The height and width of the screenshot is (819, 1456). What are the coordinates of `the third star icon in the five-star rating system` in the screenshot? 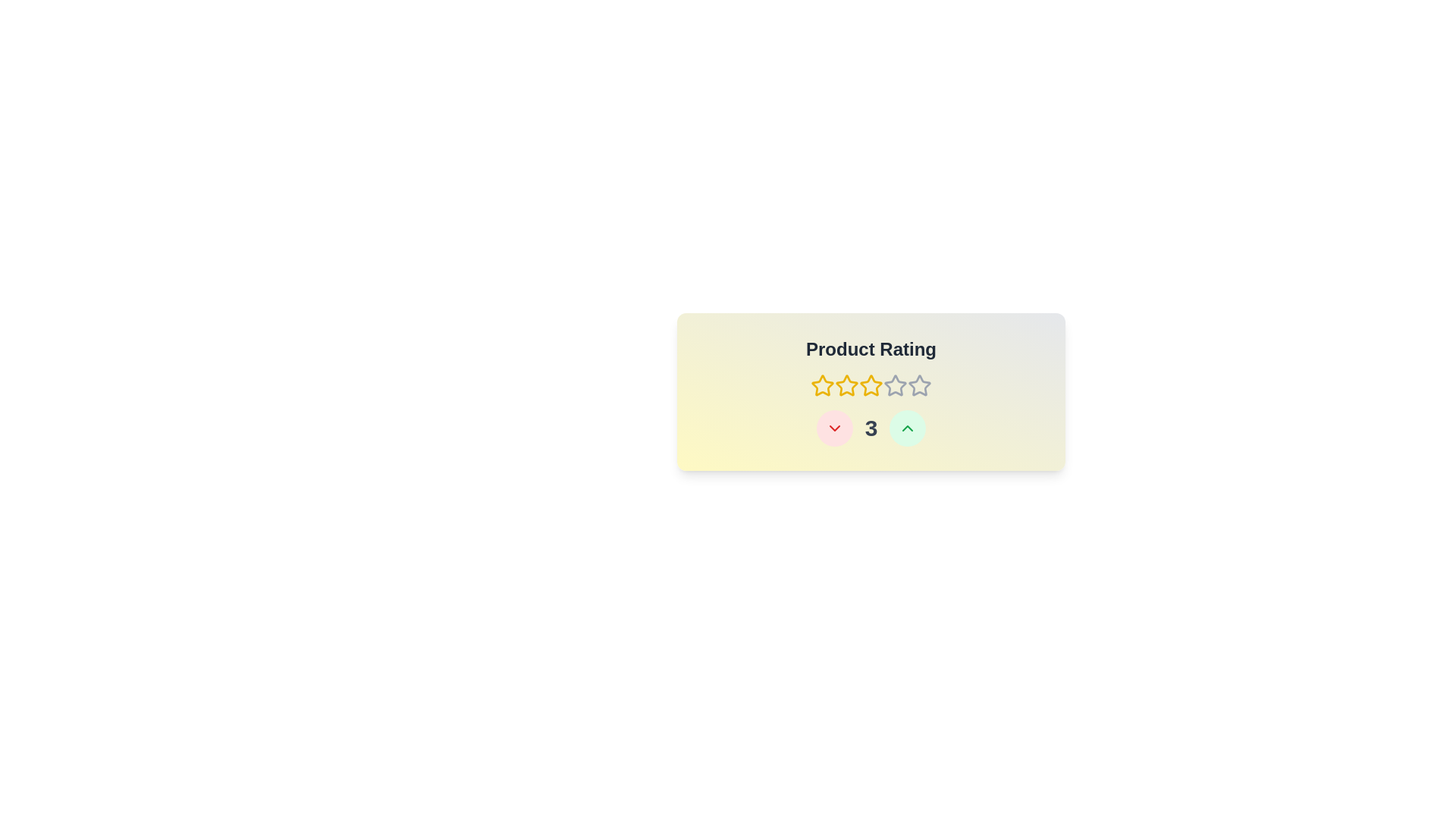 It's located at (871, 391).